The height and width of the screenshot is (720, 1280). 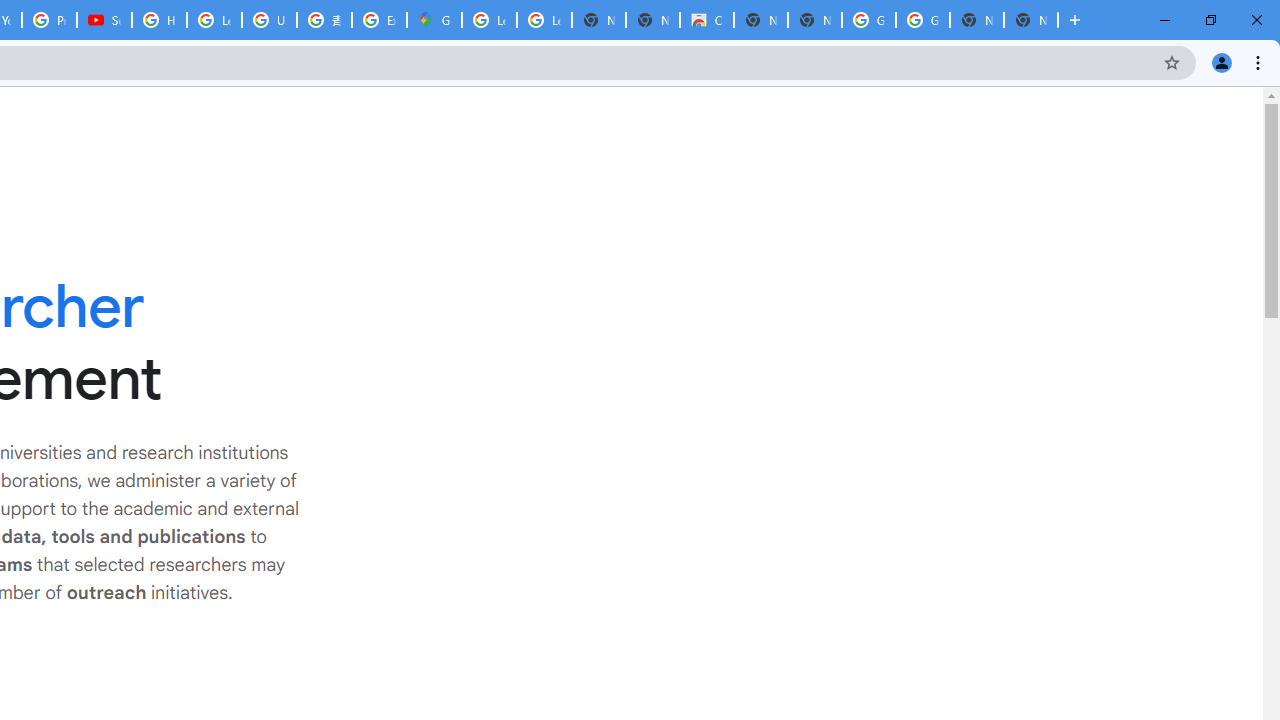 I want to click on 'Google Maps', so click(x=433, y=20).